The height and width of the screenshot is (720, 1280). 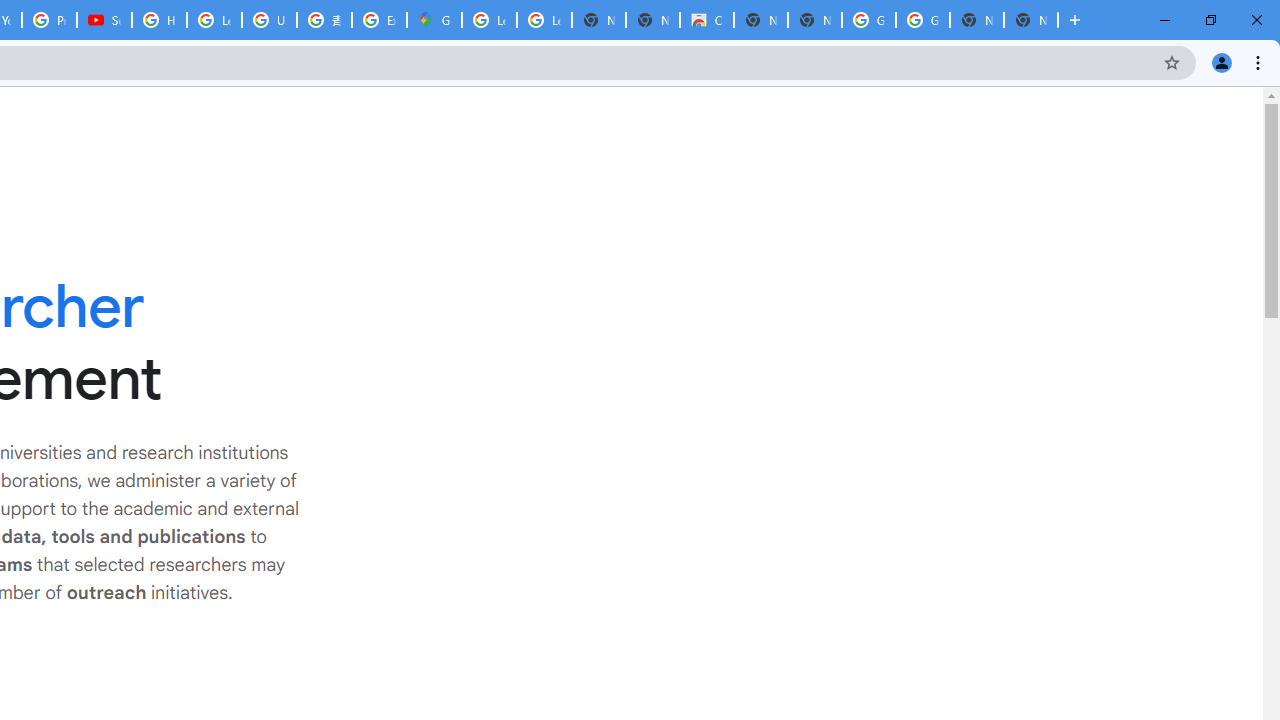 I want to click on 'Google Maps', so click(x=433, y=20).